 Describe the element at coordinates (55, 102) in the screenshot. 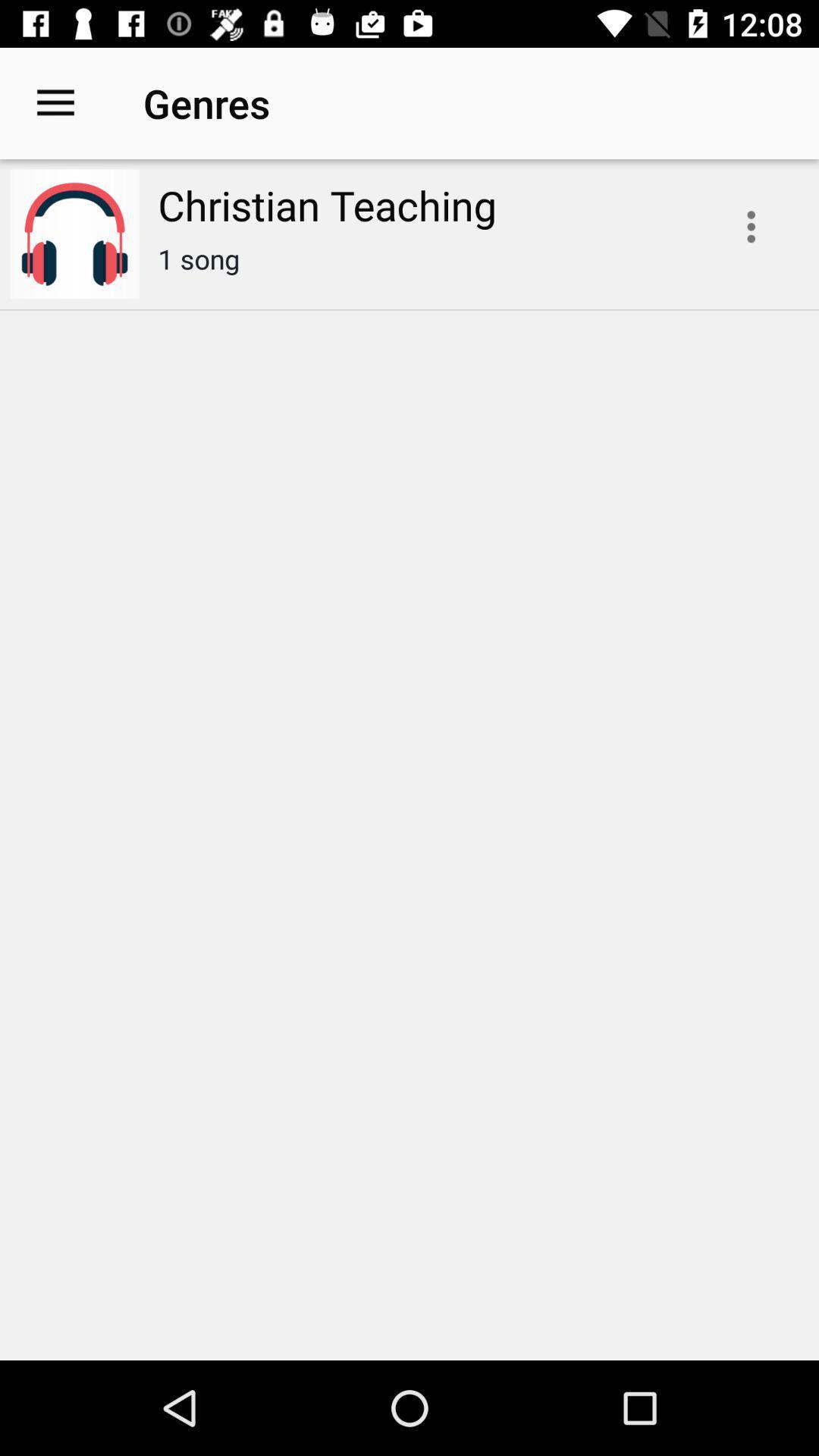

I see `icon next to christian teaching icon` at that location.